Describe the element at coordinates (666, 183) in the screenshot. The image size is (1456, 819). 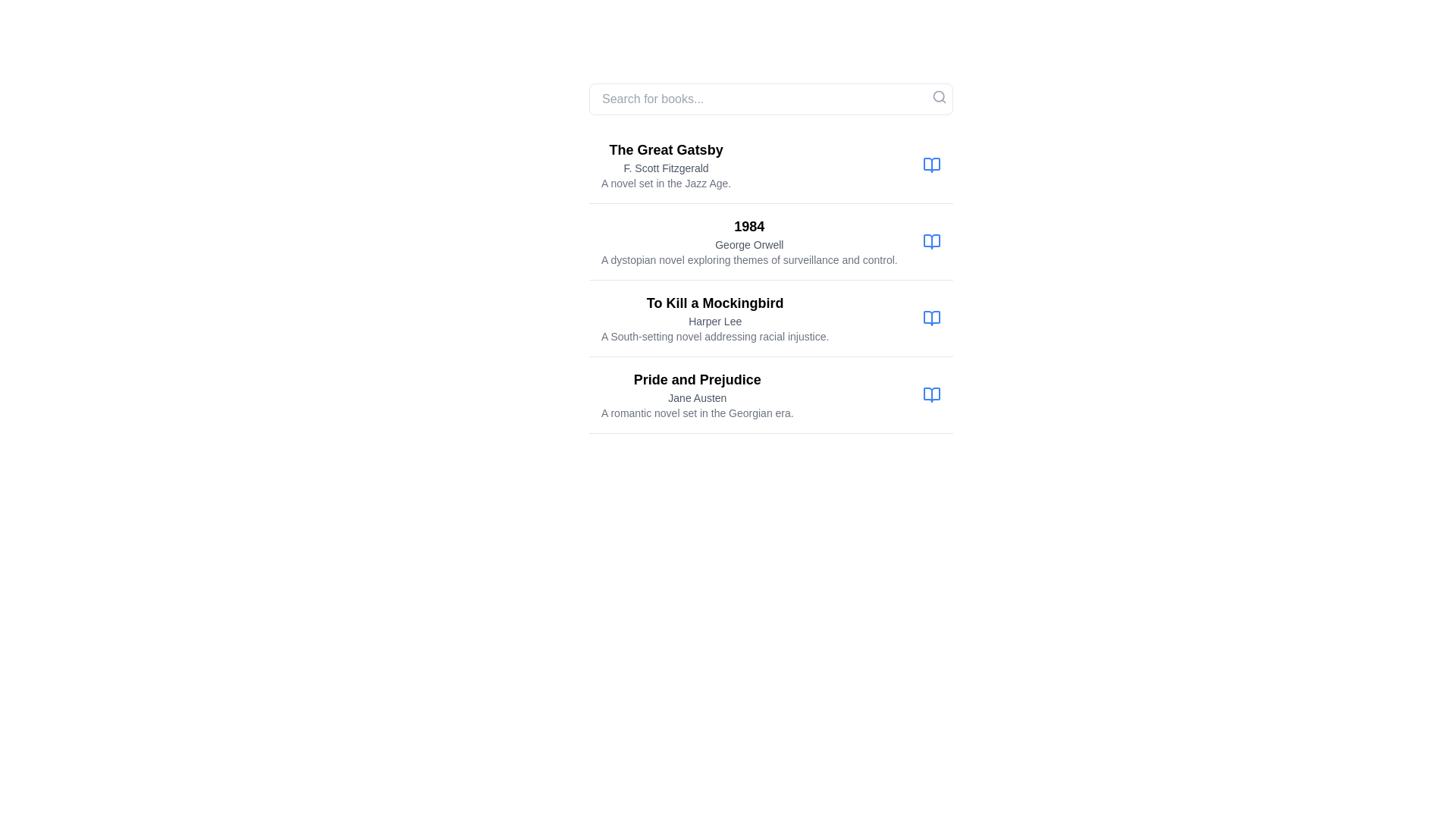
I see `the text label that provides a brief description for the book 'The Great Gatsby', located below the author's name 'F. Scott Fitzgerald'` at that location.